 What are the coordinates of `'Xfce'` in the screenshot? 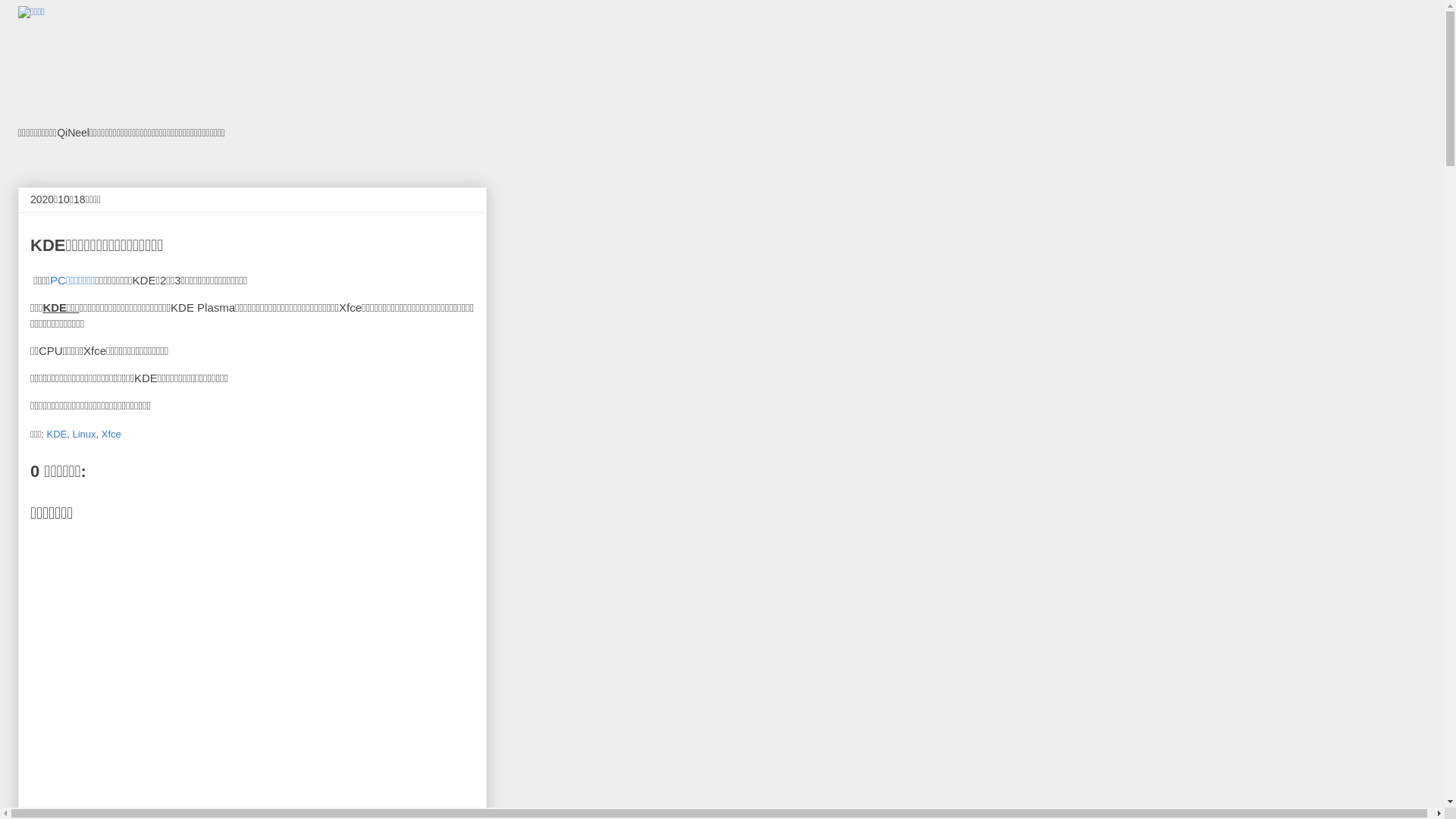 It's located at (111, 433).